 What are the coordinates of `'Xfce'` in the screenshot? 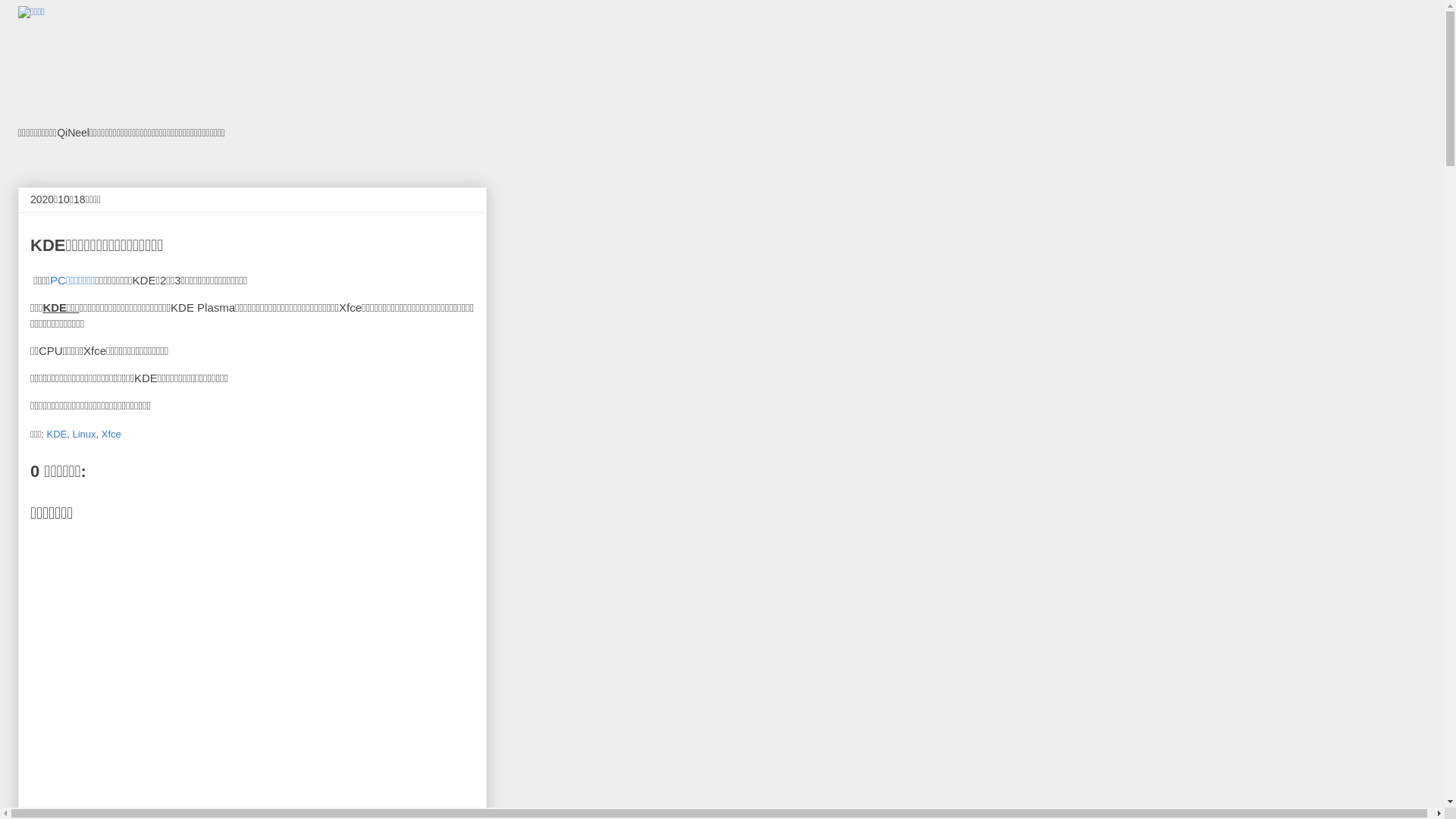 It's located at (111, 433).